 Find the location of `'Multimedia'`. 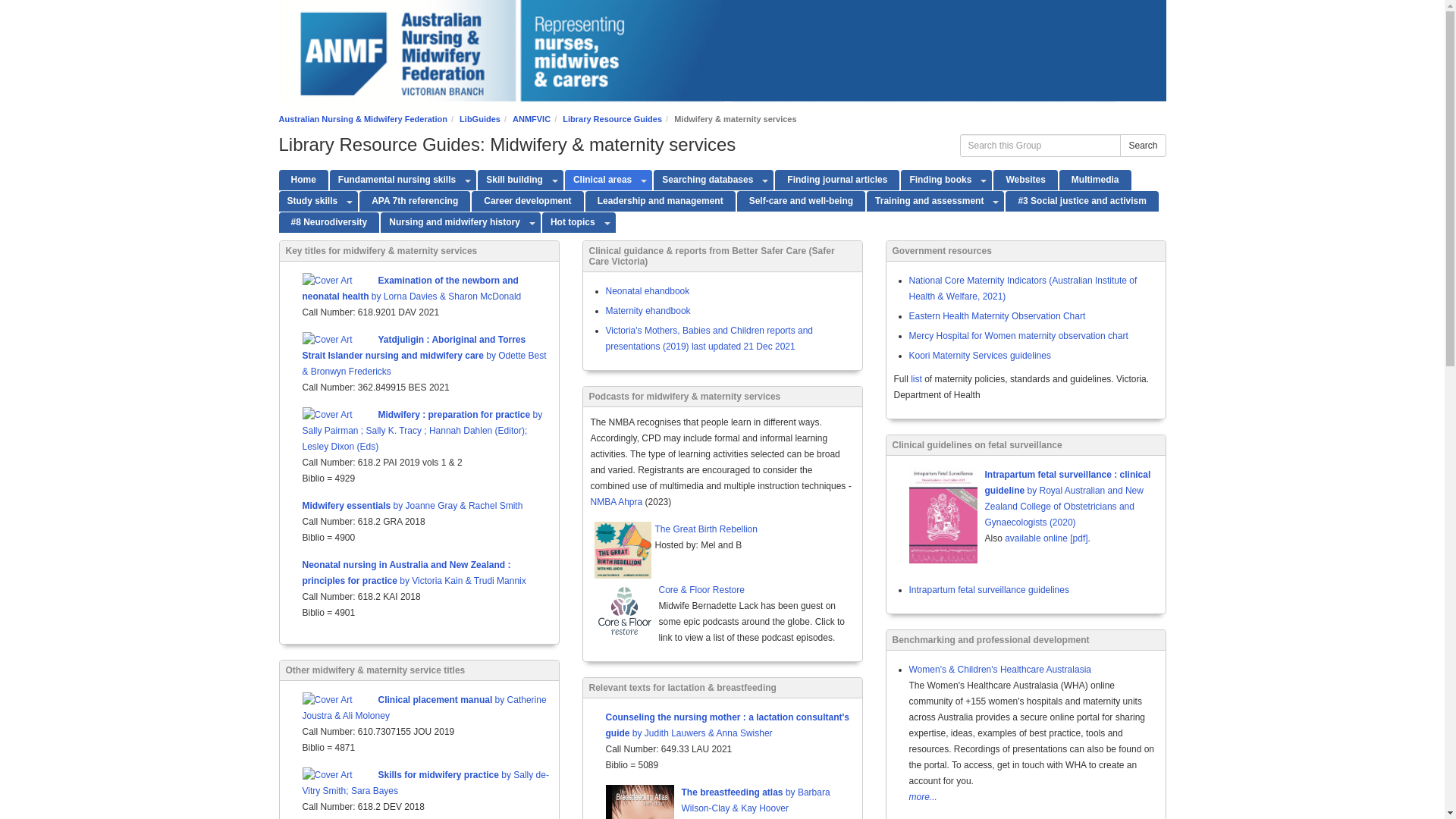

'Multimedia' is located at coordinates (1058, 179).